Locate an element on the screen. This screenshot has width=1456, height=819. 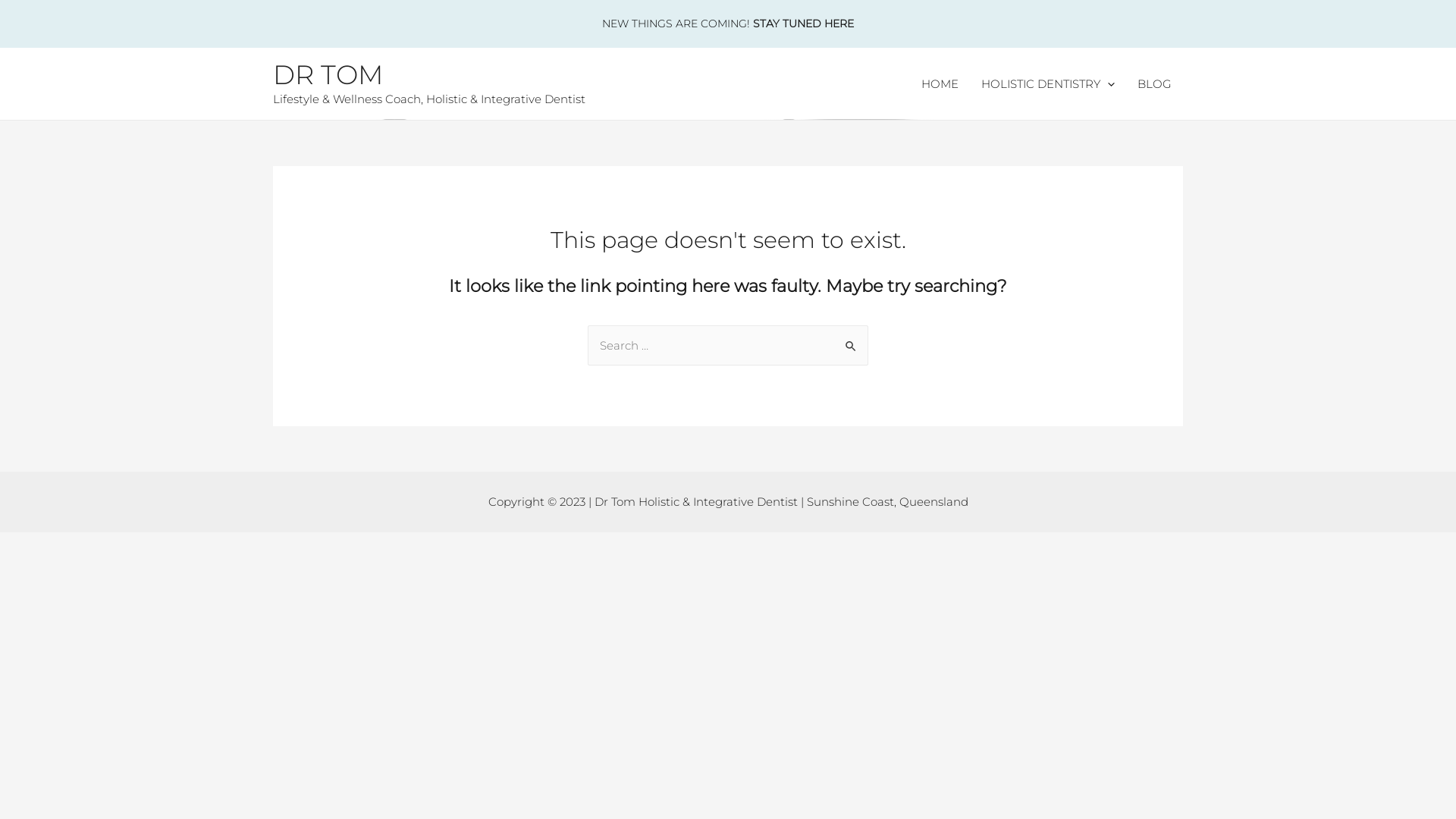
'HOME' is located at coordinates (910, 84).